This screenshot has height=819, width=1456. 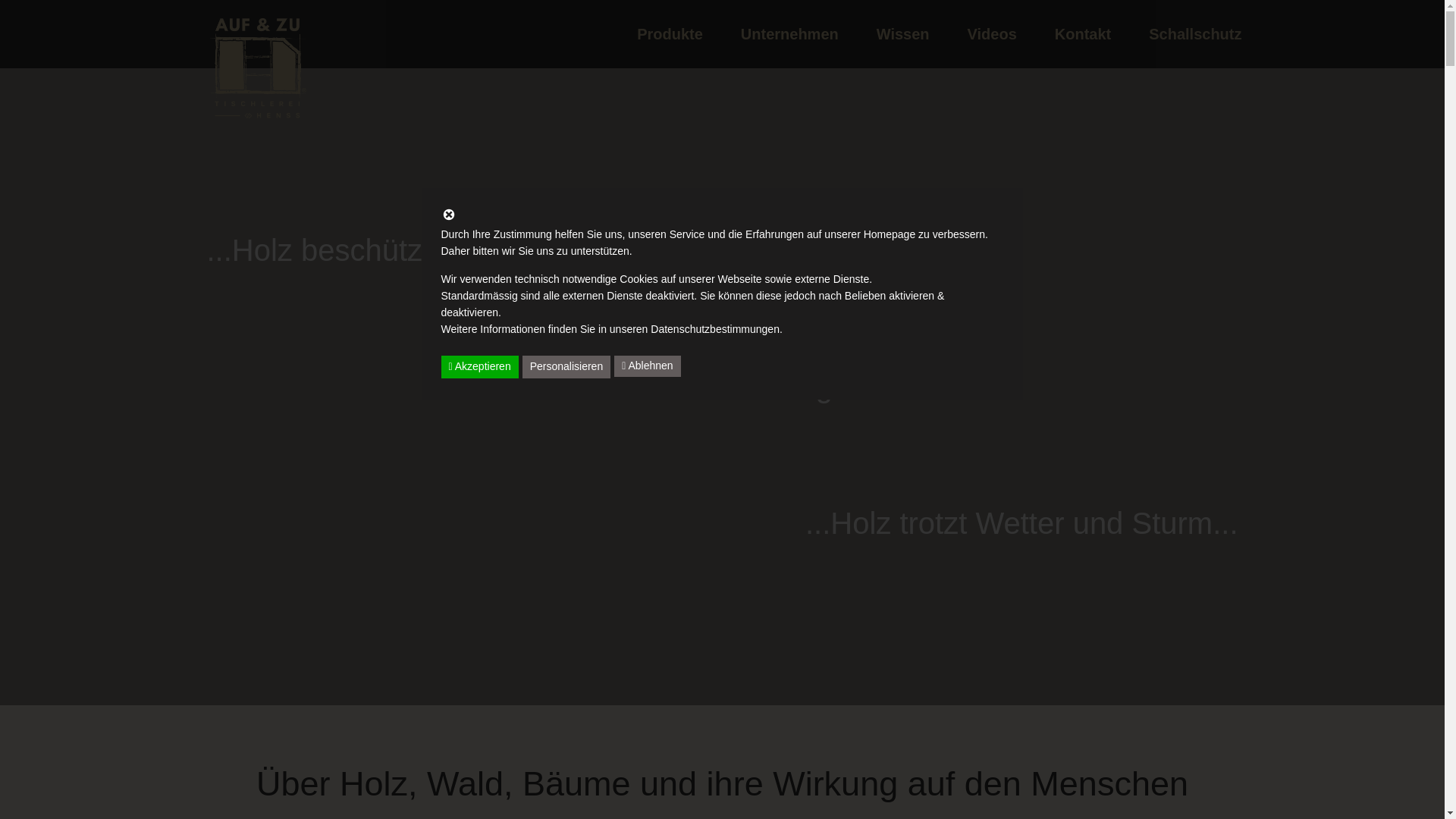 What do you see at coordinates (948, 34) in the screenshot?
I see `'Videos'` at bounding box center [948, 34].